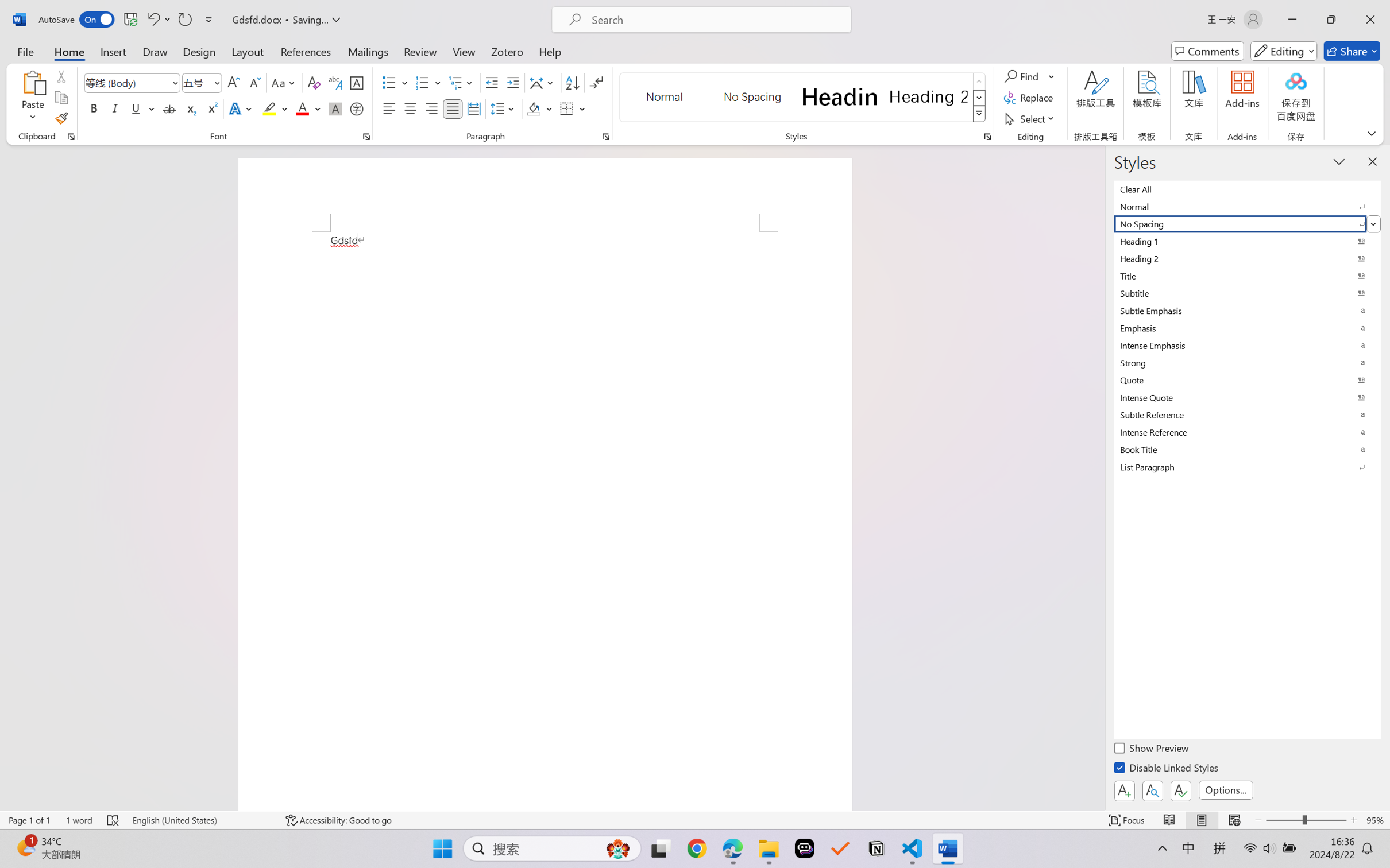 The image size is (1390, 868). What do you see at coordinates (334, 108) in the screenshot?
I see `'Character Shading'` at bounding box center [334, 108].